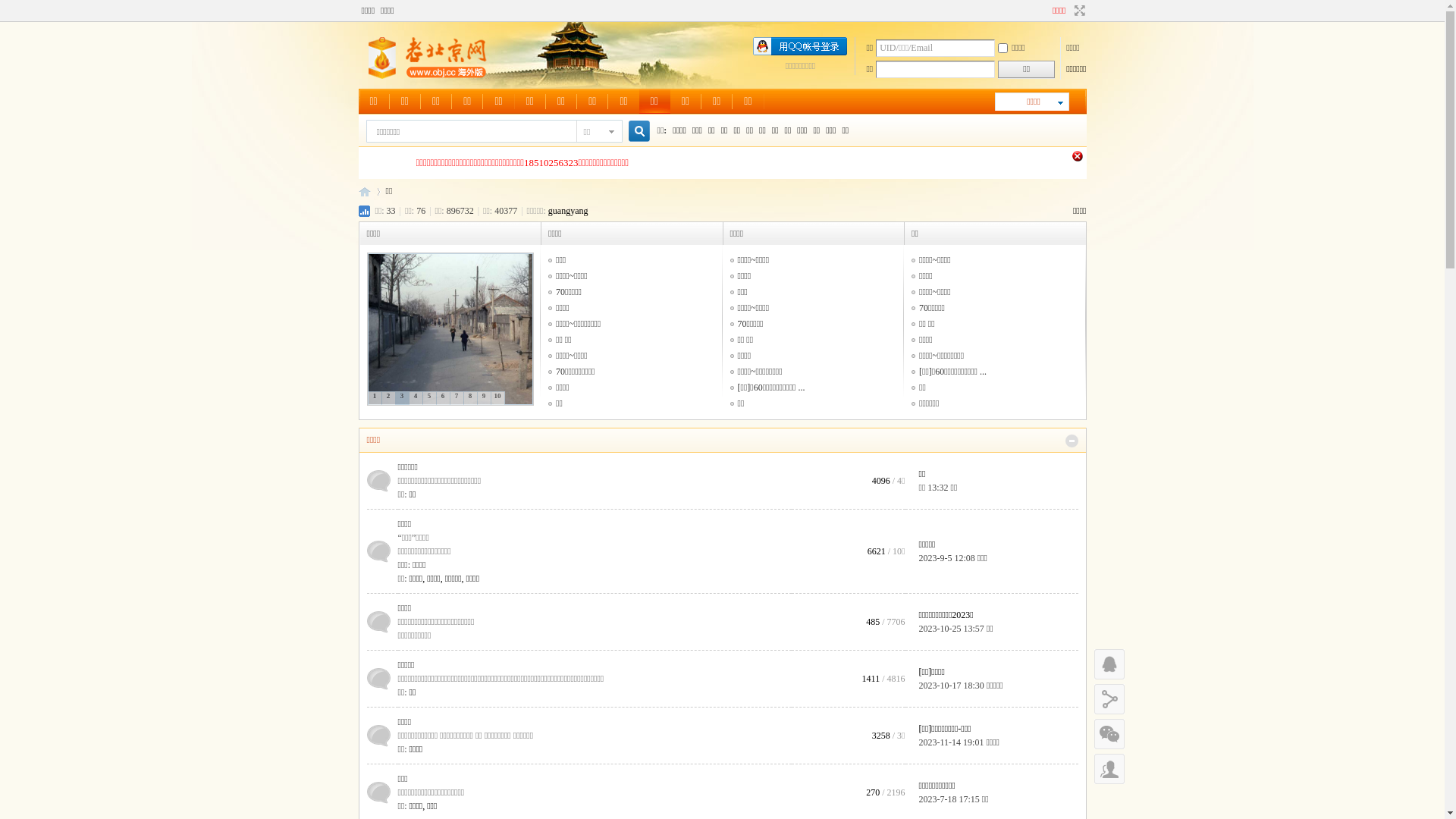  I want to click on 'guangyang', so click(548, 210).